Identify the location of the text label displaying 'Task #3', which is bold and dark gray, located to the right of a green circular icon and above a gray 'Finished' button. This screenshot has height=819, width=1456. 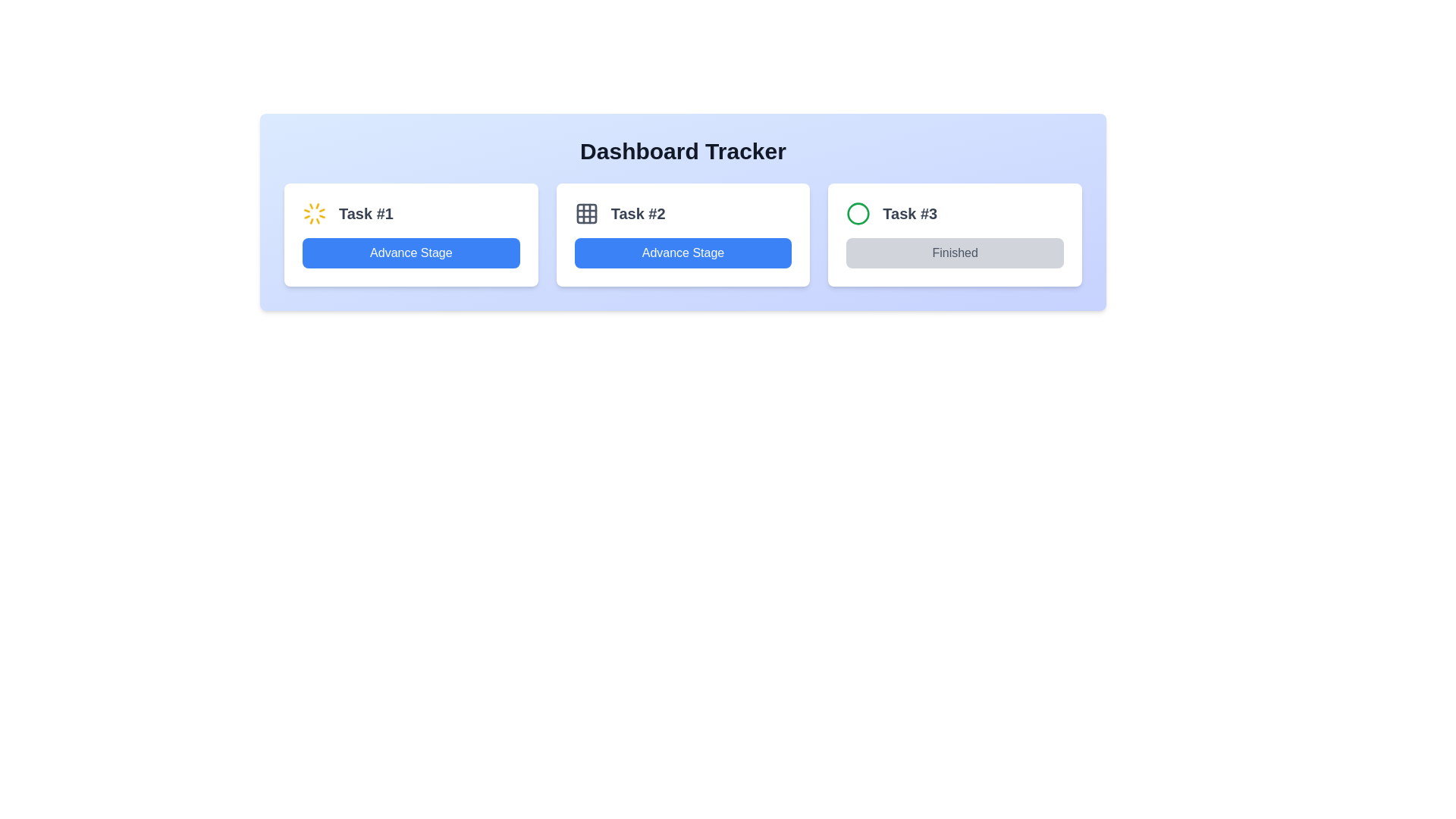
(910, 213).